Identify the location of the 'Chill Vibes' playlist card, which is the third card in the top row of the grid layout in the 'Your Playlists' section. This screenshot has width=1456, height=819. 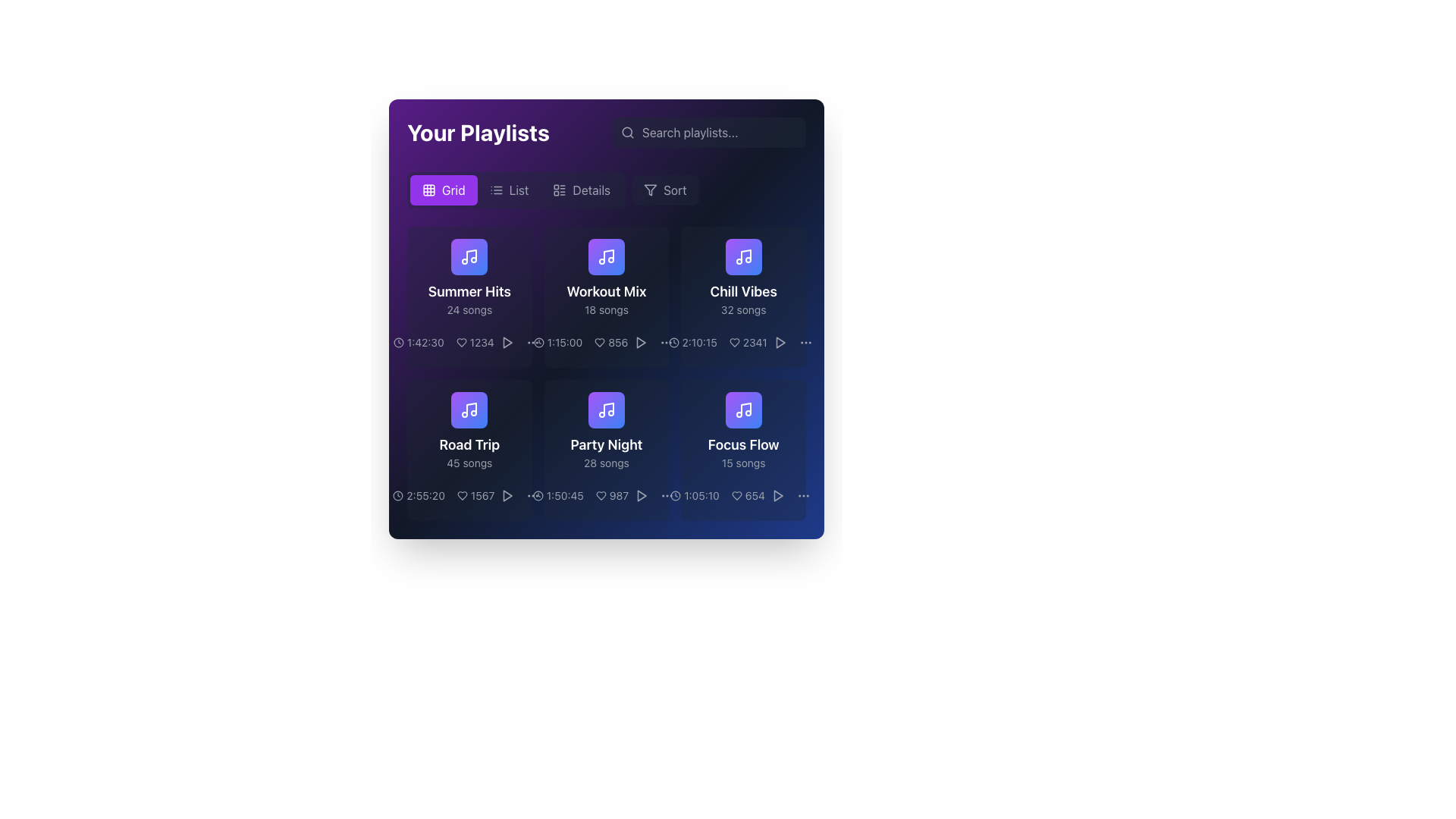
(743, 278).